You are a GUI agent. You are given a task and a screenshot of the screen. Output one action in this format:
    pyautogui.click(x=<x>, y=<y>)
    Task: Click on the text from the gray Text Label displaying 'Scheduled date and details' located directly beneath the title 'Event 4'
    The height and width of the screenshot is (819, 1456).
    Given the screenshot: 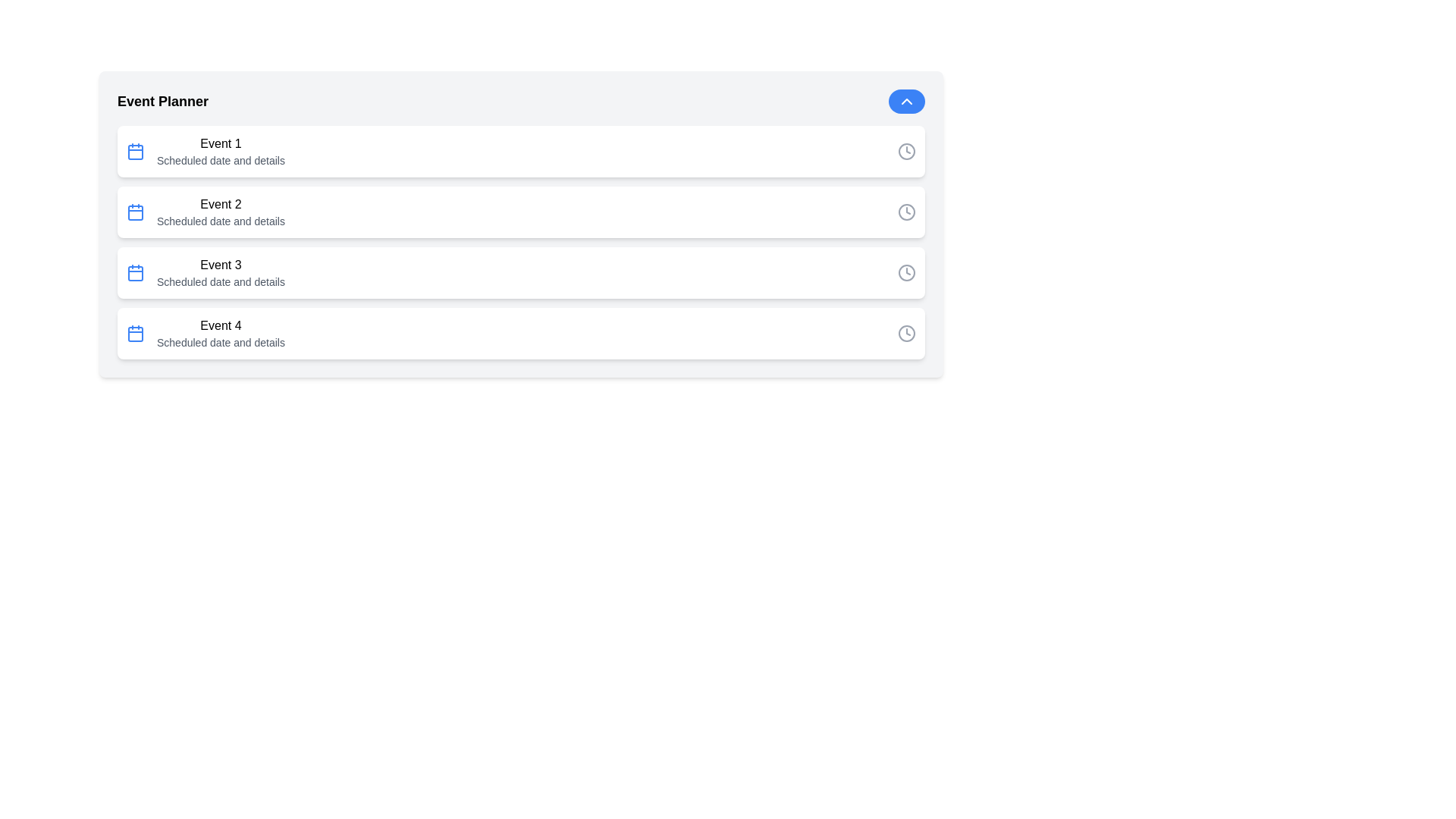 What is the action you would take?
    pyautogui.click(x=220, y=342)
    